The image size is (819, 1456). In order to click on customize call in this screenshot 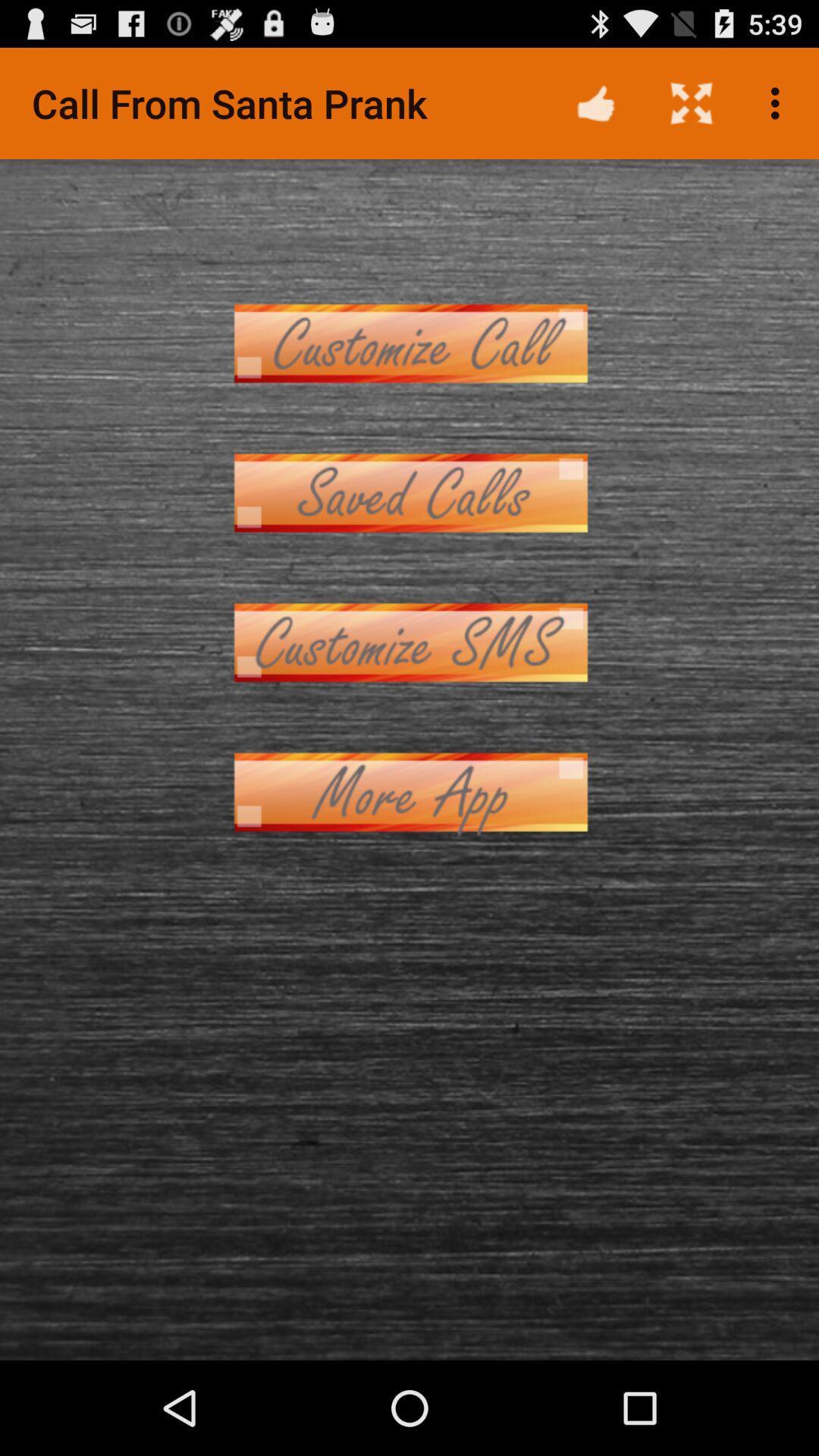, I will do `click(409, 342)`.